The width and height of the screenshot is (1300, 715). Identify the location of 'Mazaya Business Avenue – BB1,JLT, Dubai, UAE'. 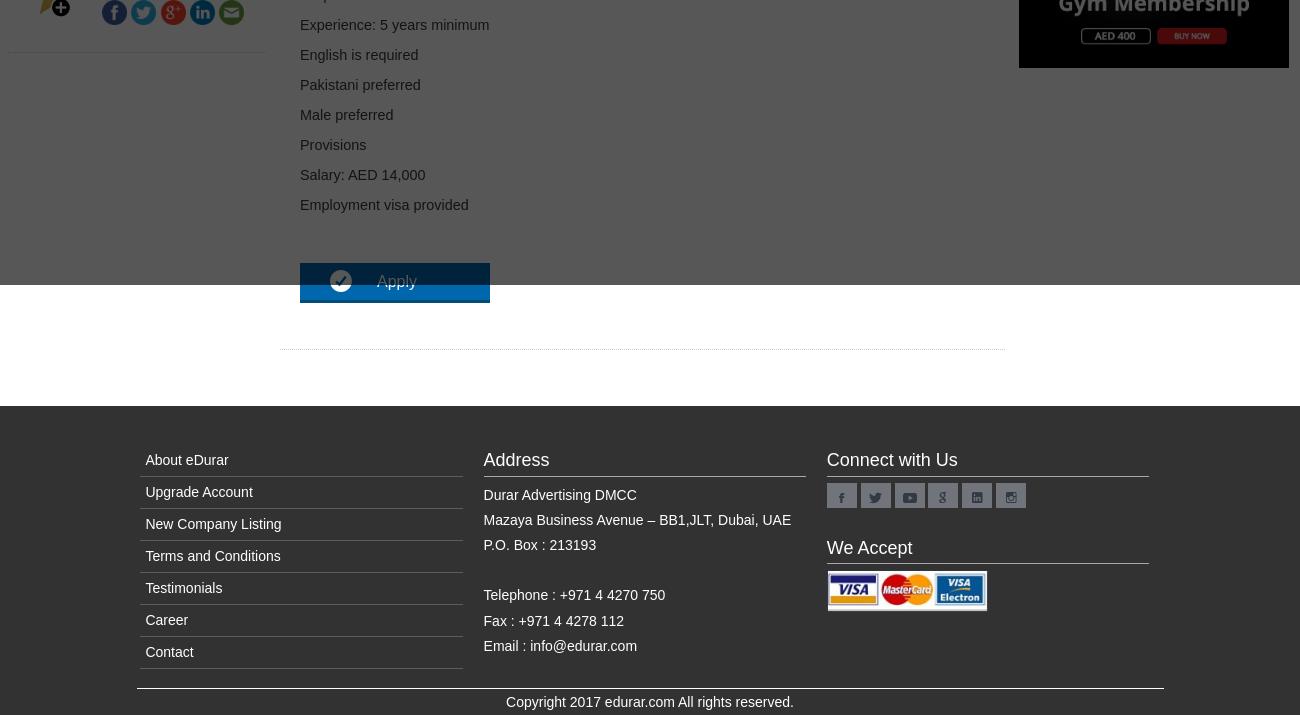
(637, 519).